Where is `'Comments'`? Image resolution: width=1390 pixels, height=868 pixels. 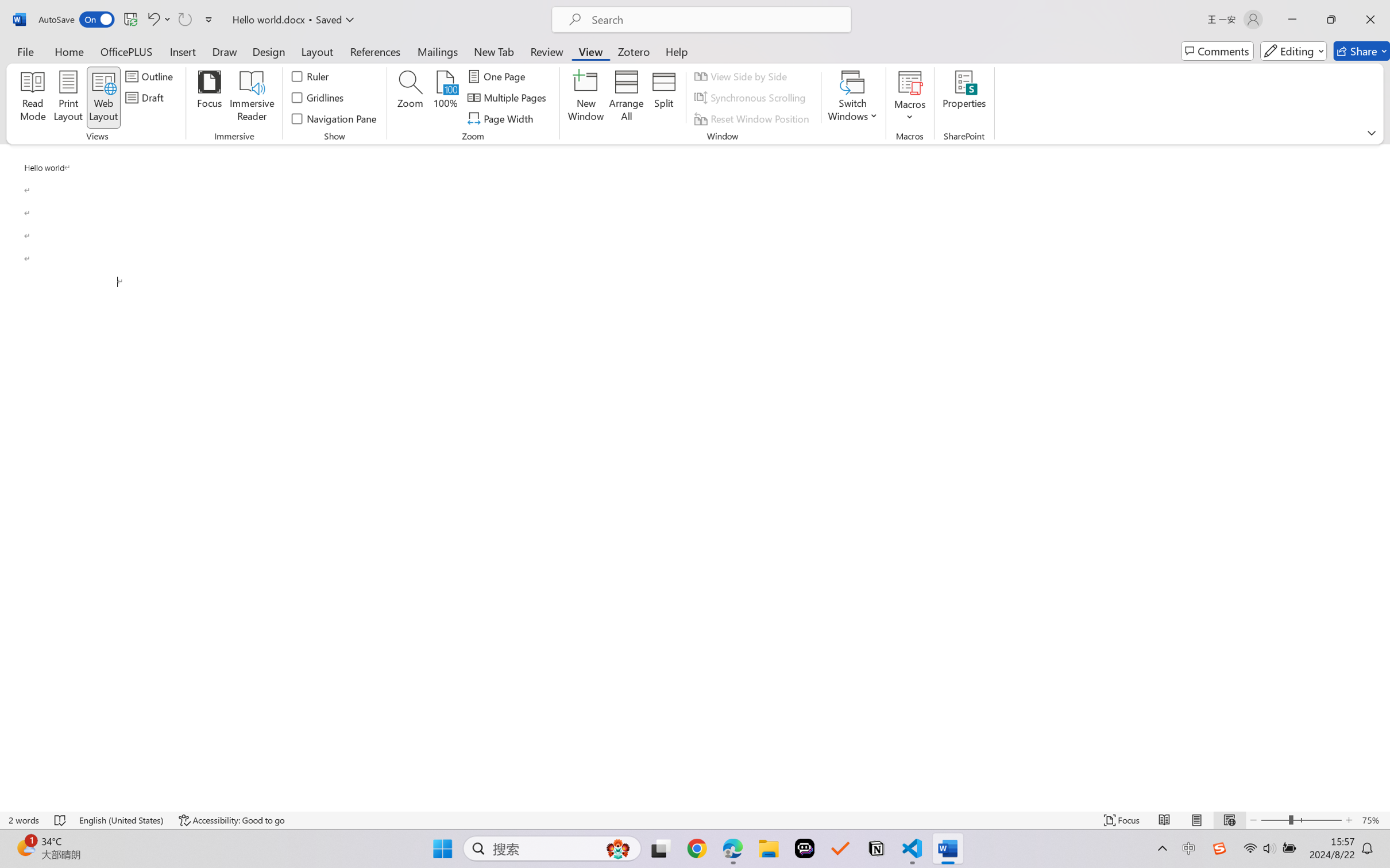 'Comments' is located at coordinates (1217, 51).